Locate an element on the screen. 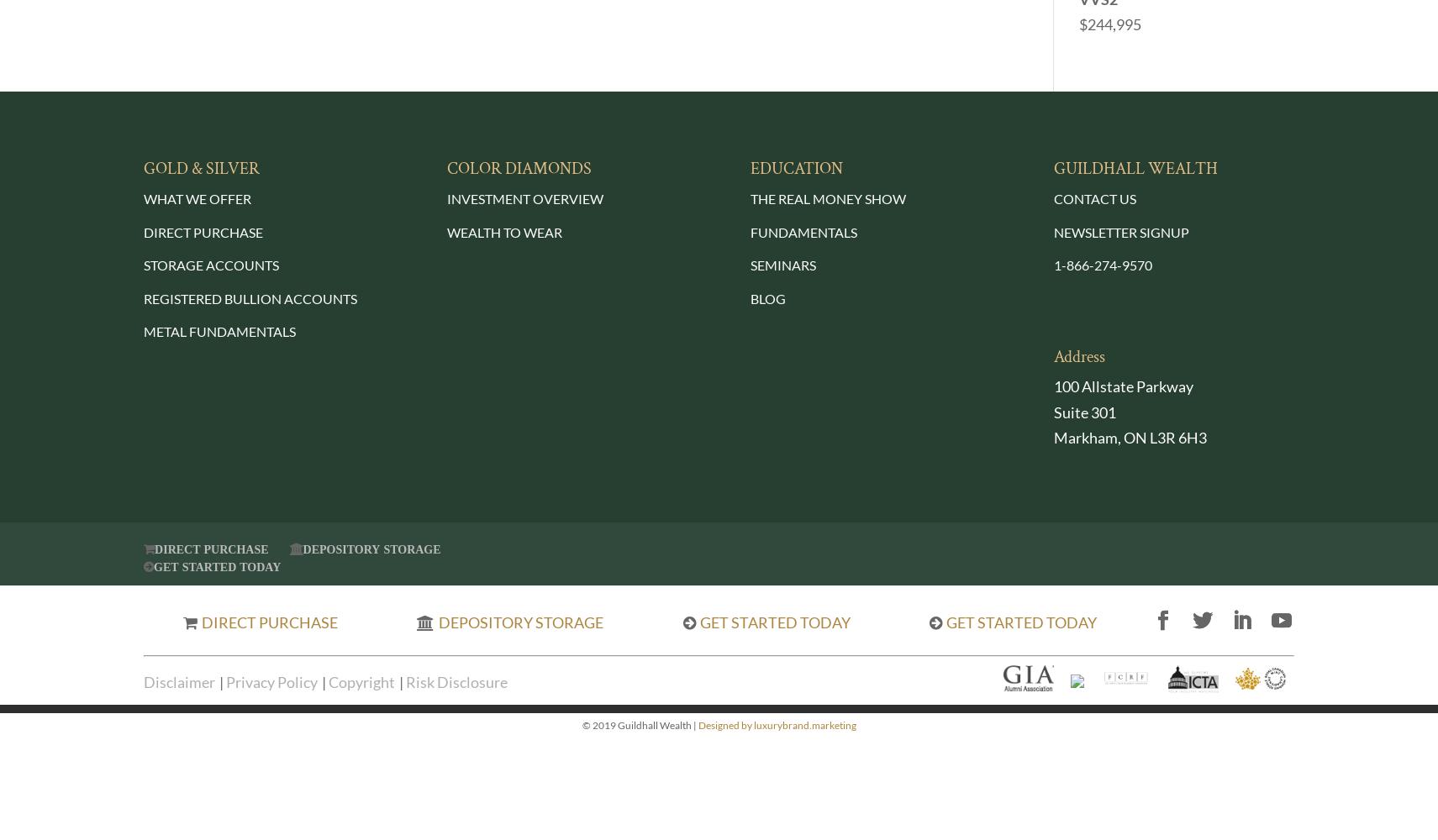  'Markham, ON L3R 6H3' is located at coordinates (1052, 438).